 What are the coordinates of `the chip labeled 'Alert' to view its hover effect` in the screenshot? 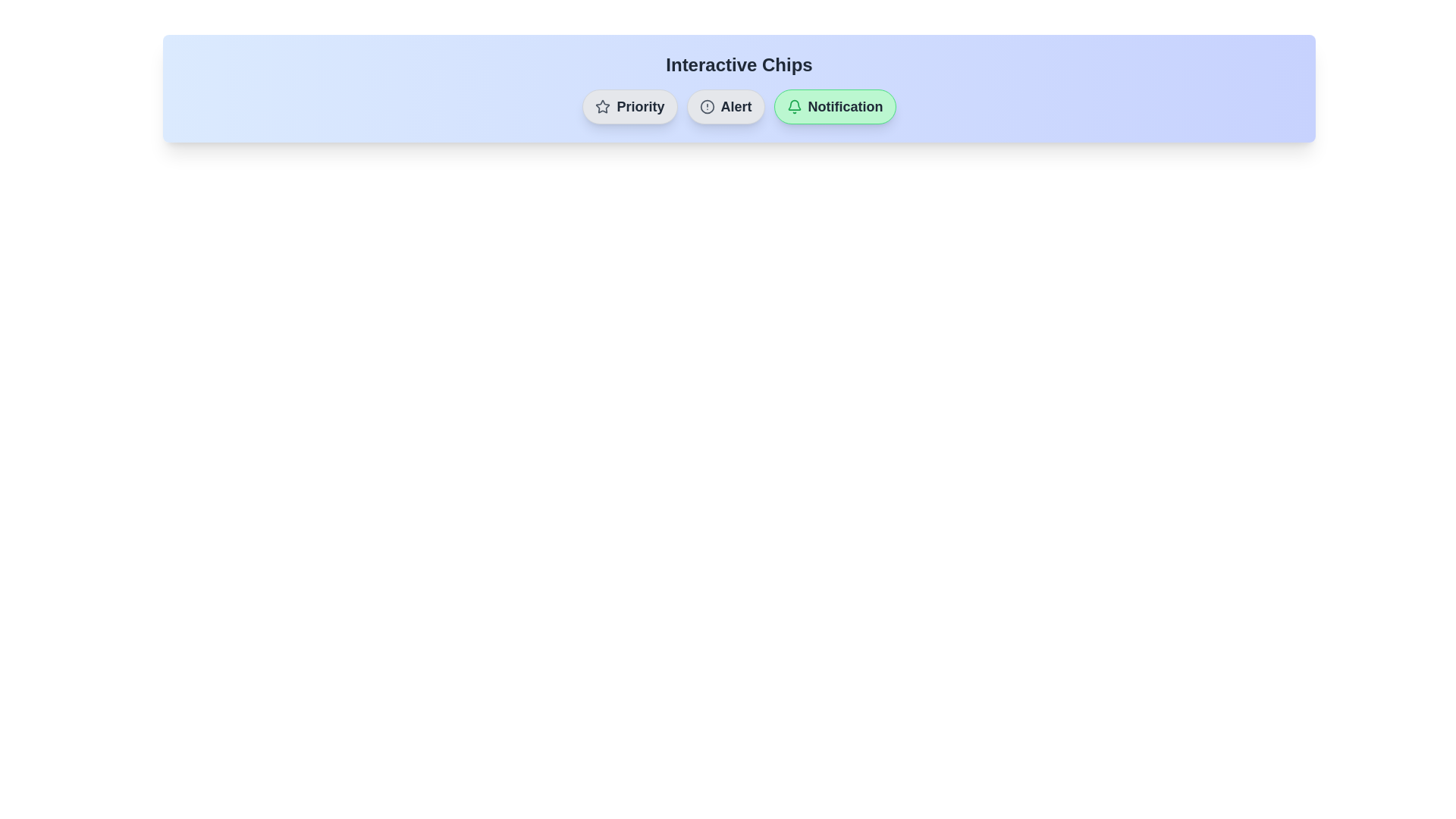 It's located at (724, 106).